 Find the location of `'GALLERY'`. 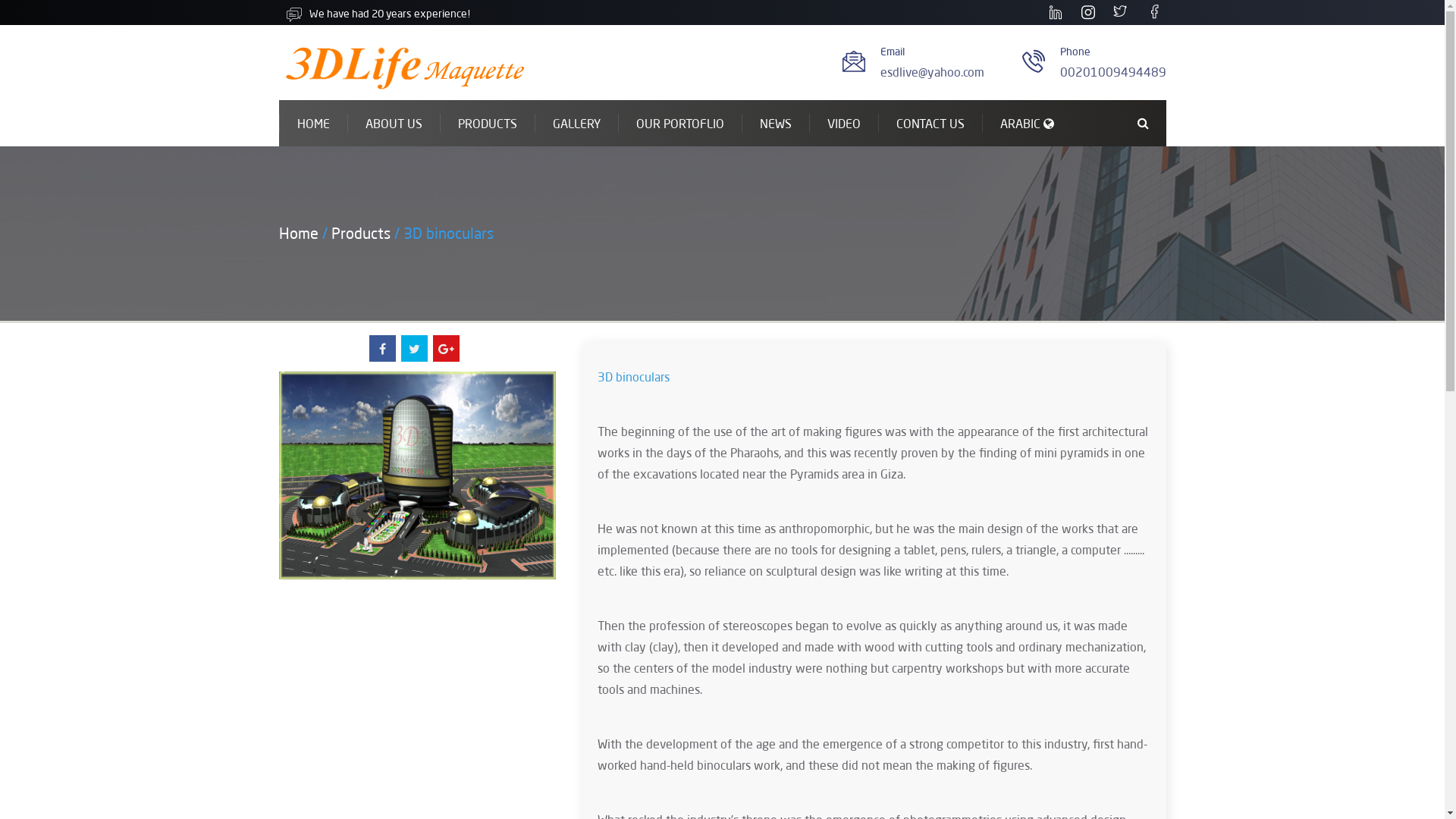

'GALLERY' is located at coordinates (574, 122).